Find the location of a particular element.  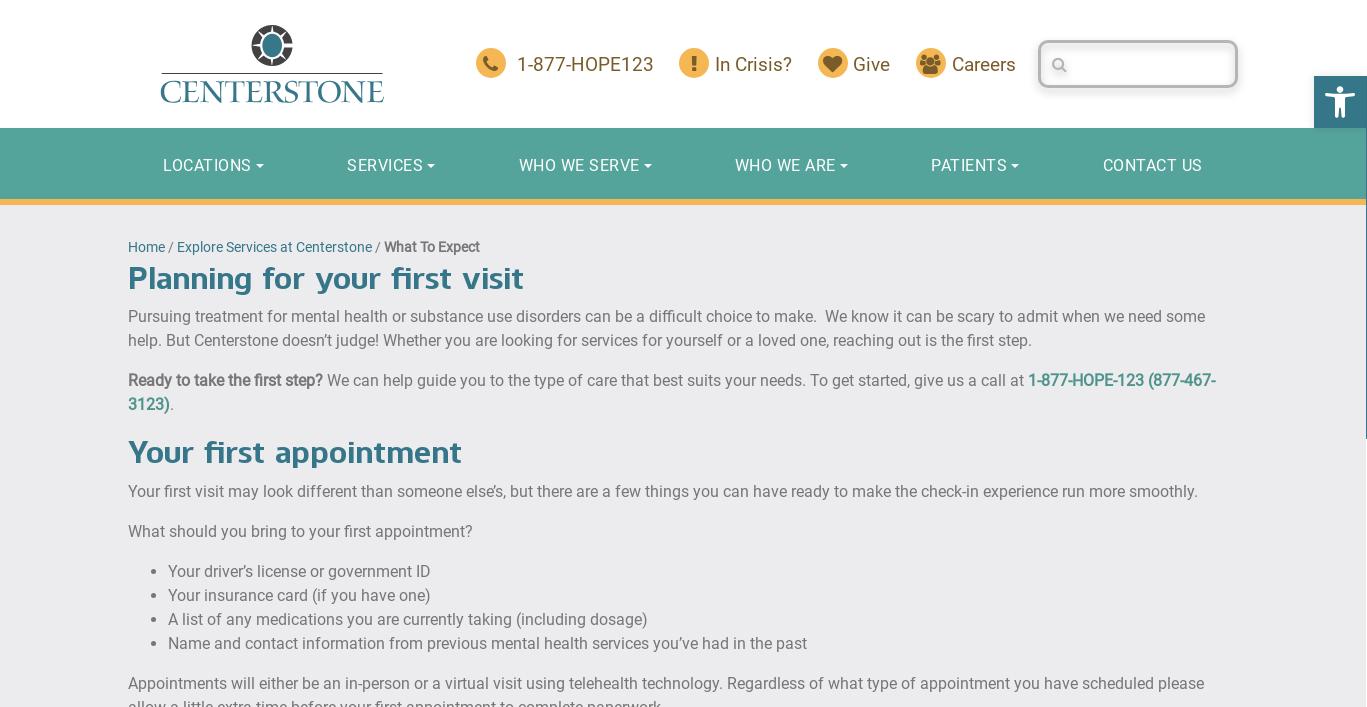

'A list of any medications you are currently taking (including dosage)' is located at coordinates (408, 617).